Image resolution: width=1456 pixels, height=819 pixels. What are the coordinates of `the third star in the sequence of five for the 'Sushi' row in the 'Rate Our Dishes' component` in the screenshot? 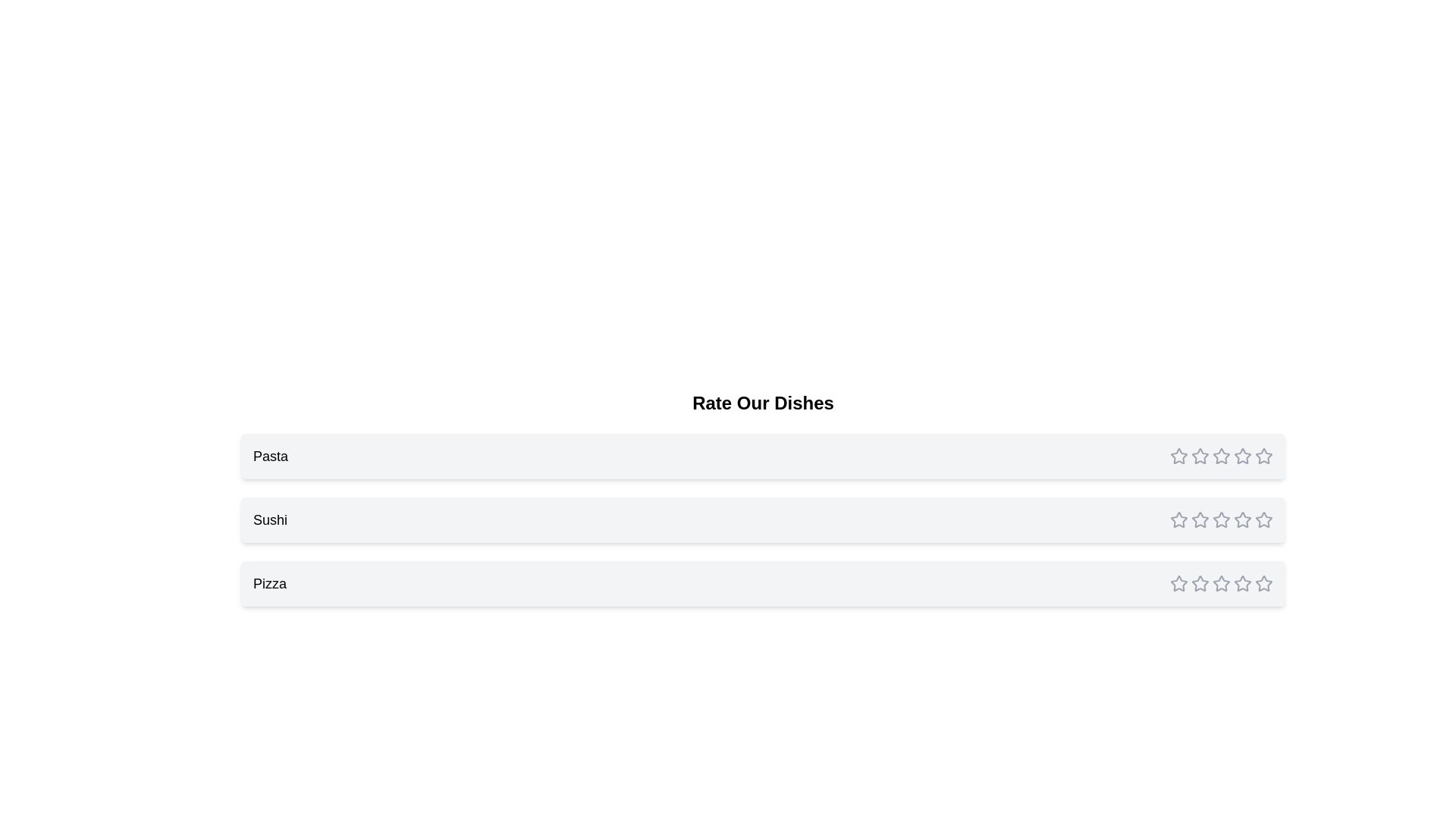 It's located at (1222, 519).